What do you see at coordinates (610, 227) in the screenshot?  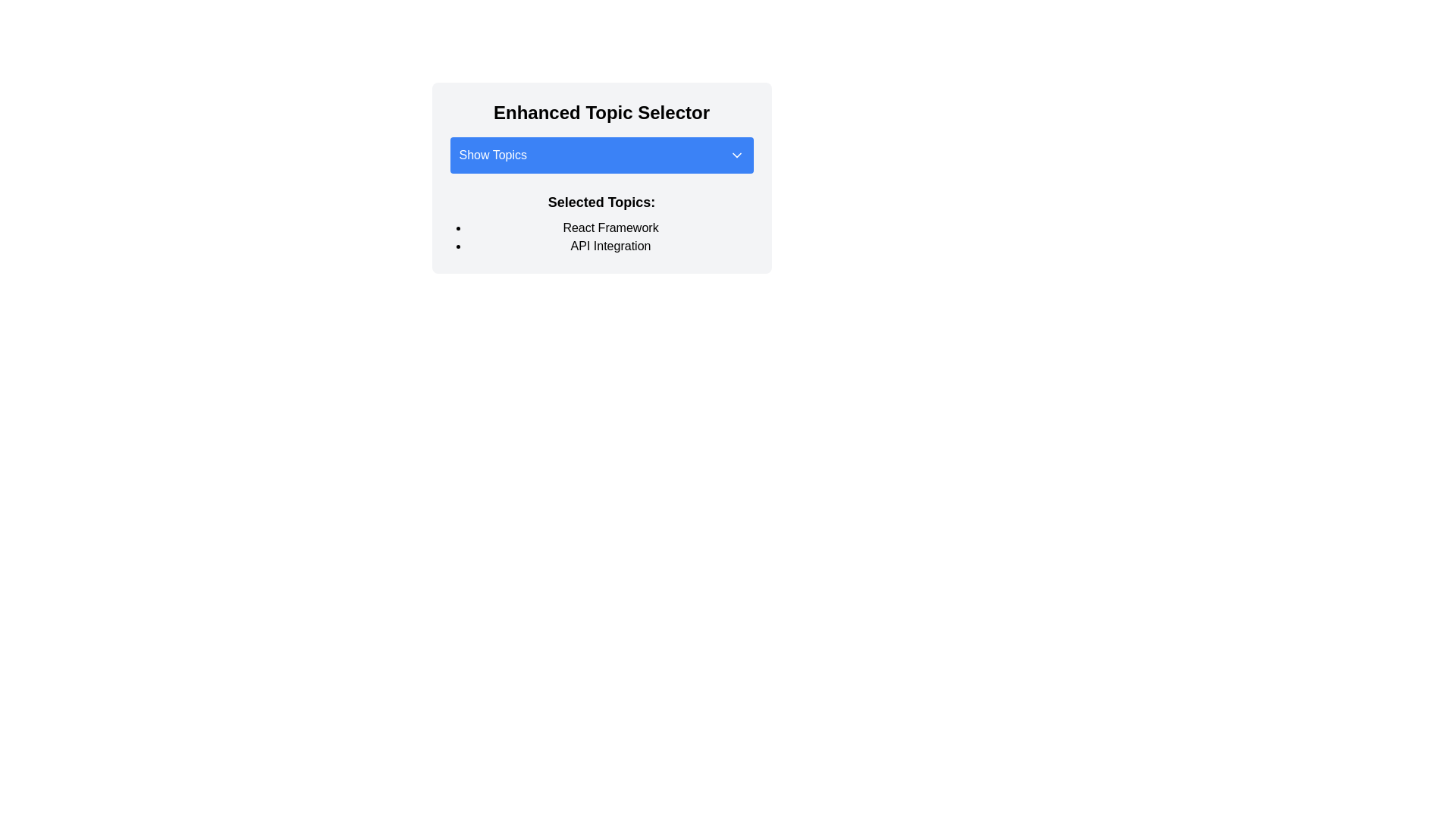 I see `the static text displaying 'React Framework'` at bounding box center [610, 227].